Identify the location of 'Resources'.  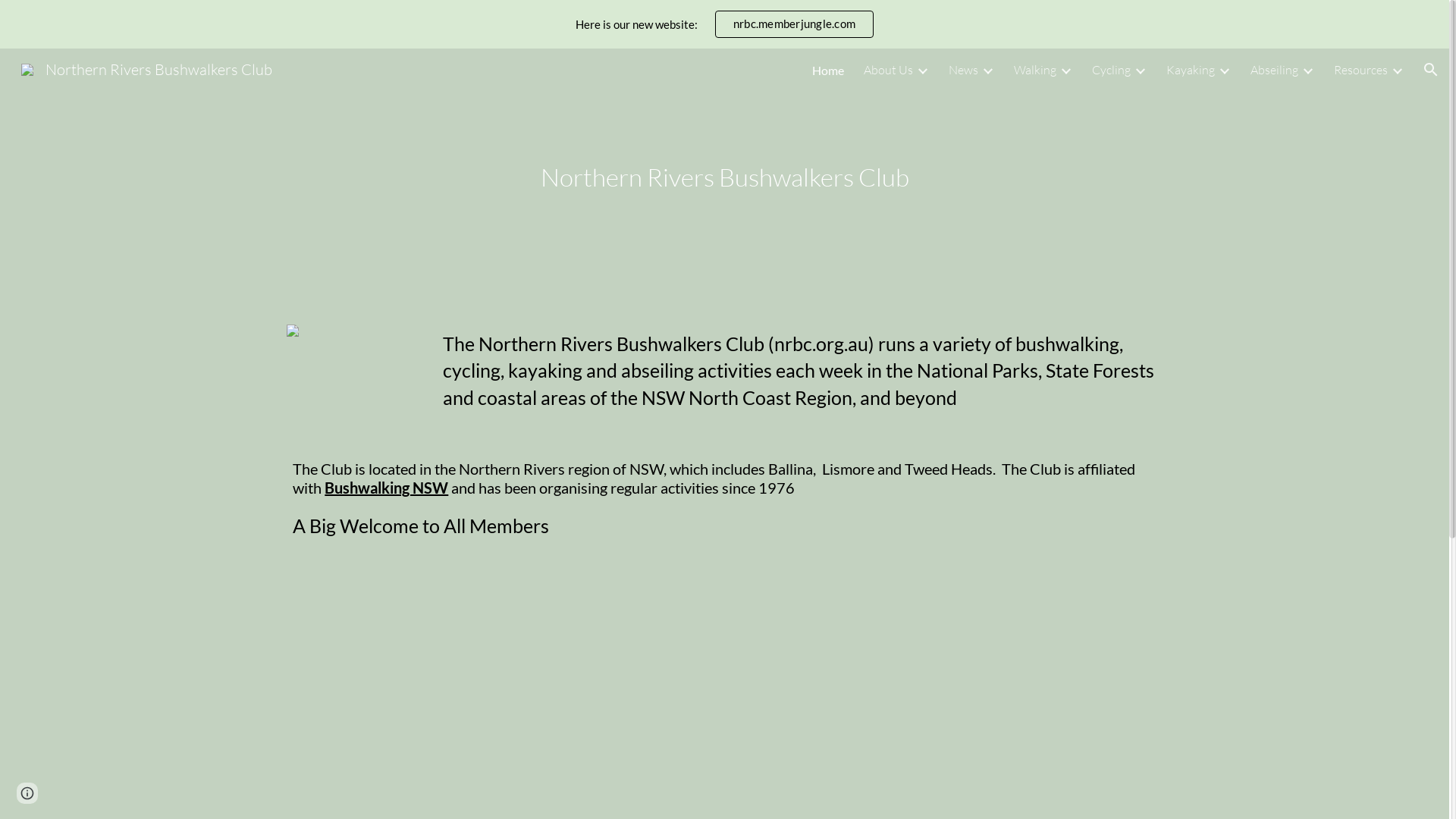
(1360, 70).